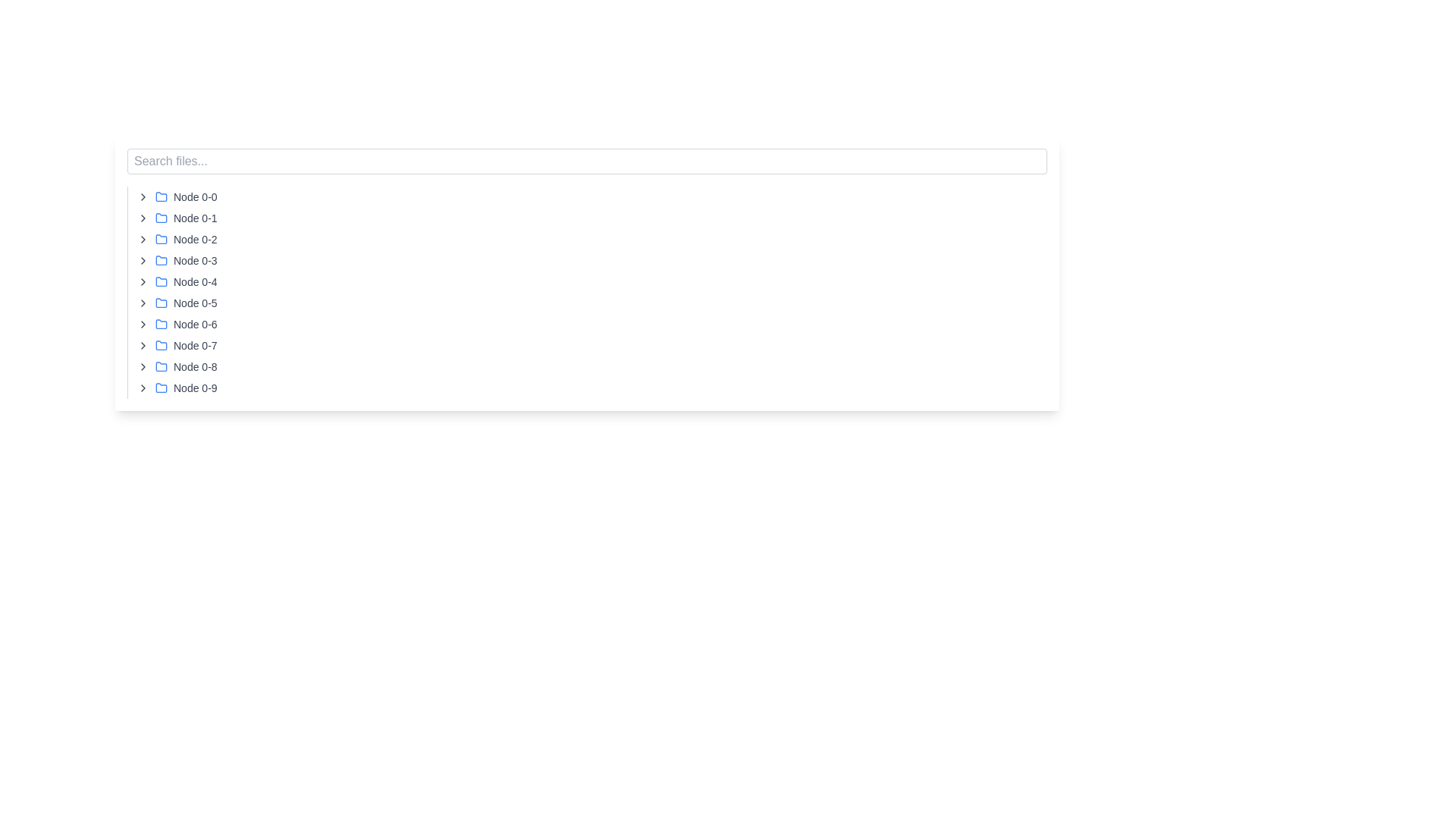 The image size is (1456, 819). Describe the element at coordinates (161, 259) in the screenshot. I see `the right portion of the folder icon for 'Node 0-3' in the file explorer interface to aid in navigation` at that location.